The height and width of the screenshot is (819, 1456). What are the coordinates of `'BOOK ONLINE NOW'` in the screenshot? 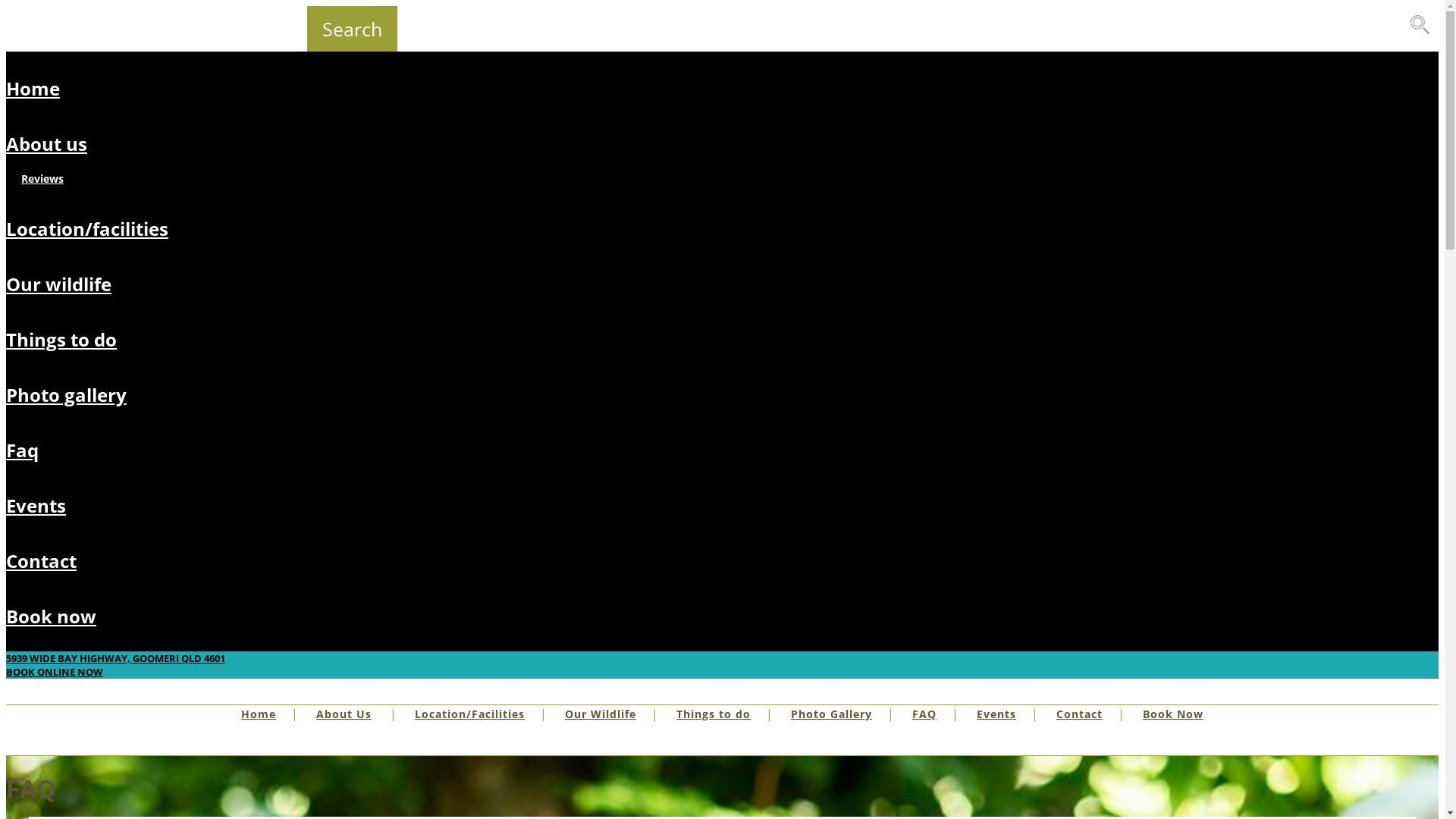 It's located at (55, 671).